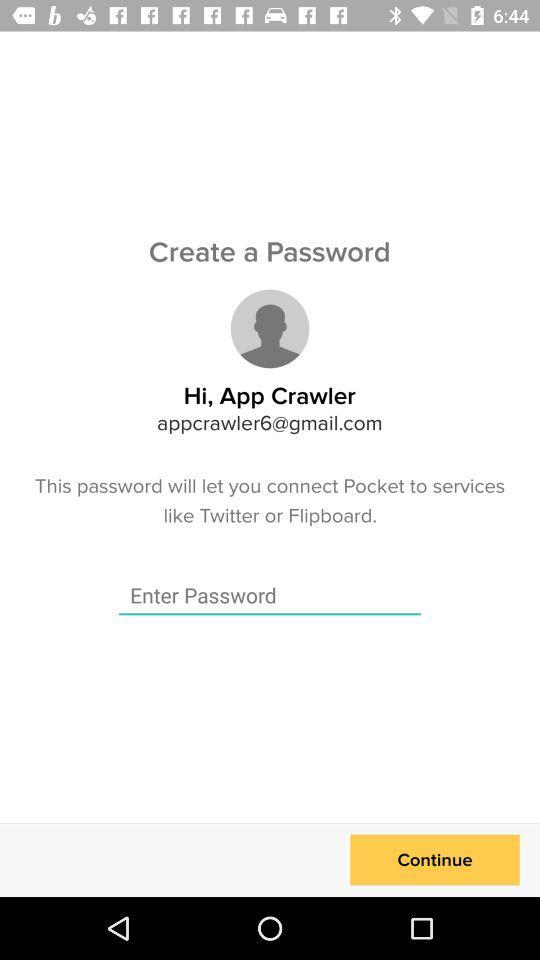 This screenshot has height=960, width=540. Describe the element at coordinates (434, 859) in the screenshot. I see `the continue icon` at that location.